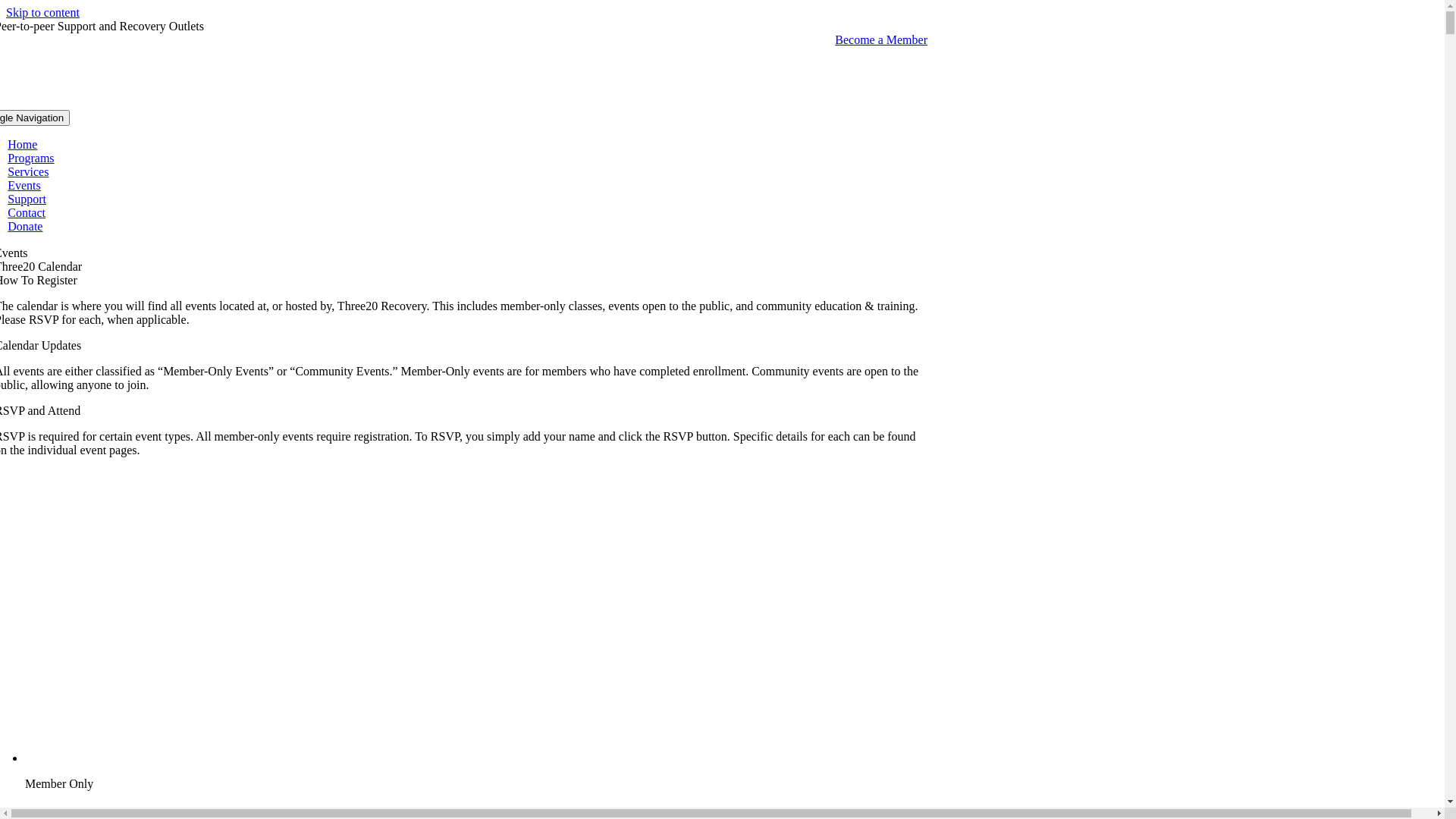 This screenshot has width=1456, height=819. I want to click on 'Skip to content', so click(6, 12).